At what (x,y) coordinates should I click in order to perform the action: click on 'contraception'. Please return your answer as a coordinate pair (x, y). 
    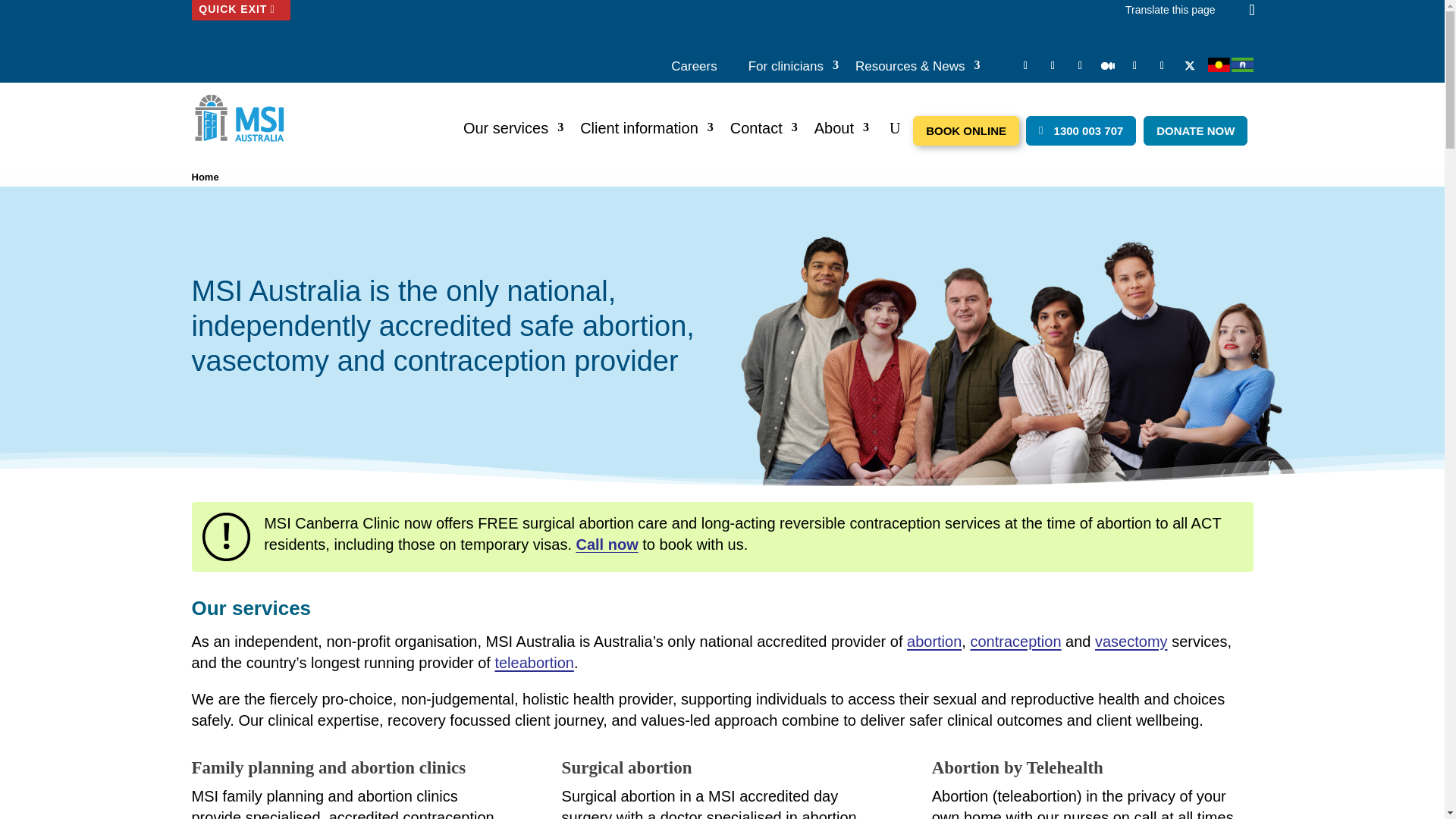
    Looking at the image, I should click on (1015, 641).